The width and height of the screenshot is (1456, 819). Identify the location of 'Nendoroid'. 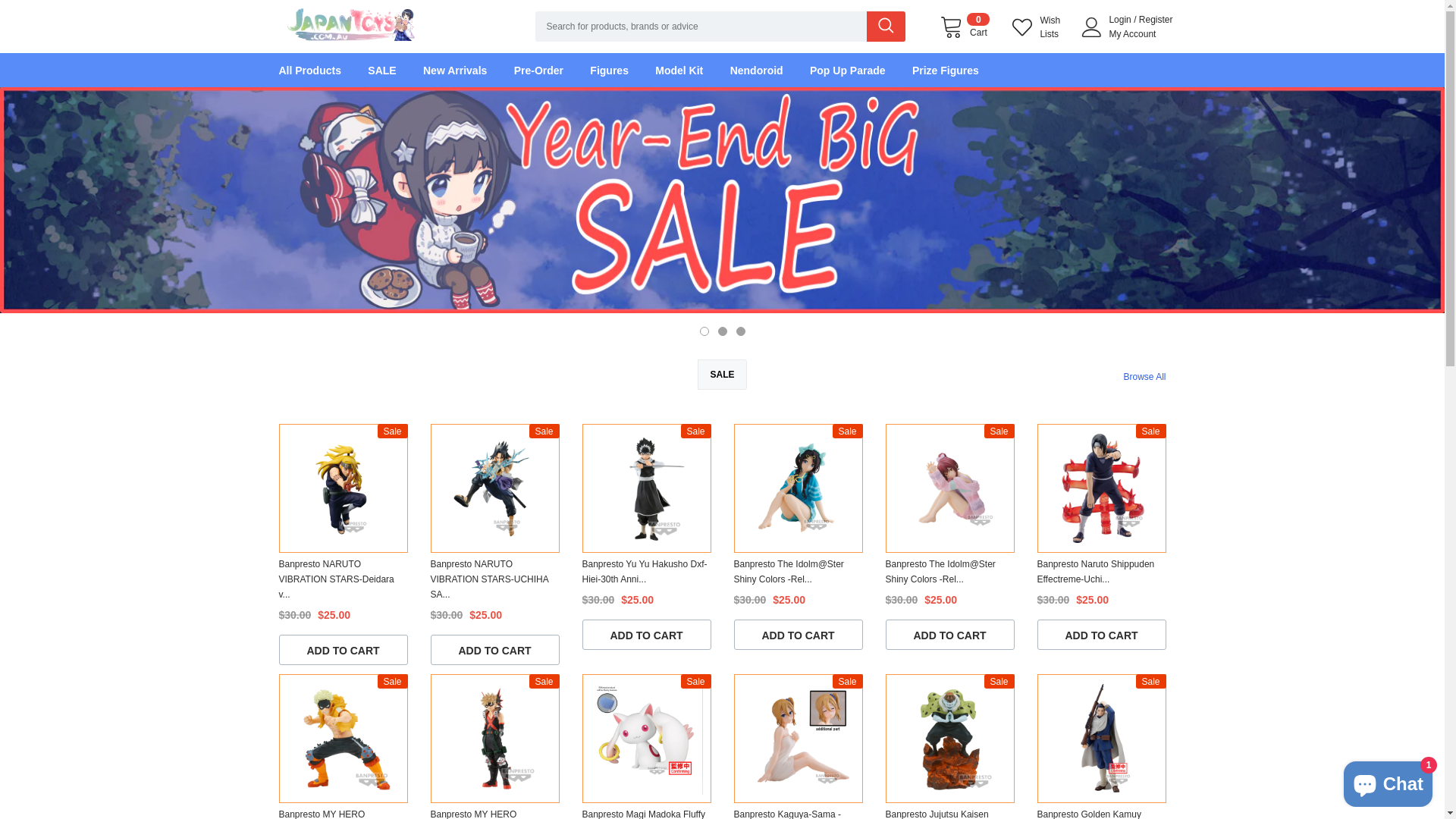
(730, 70).